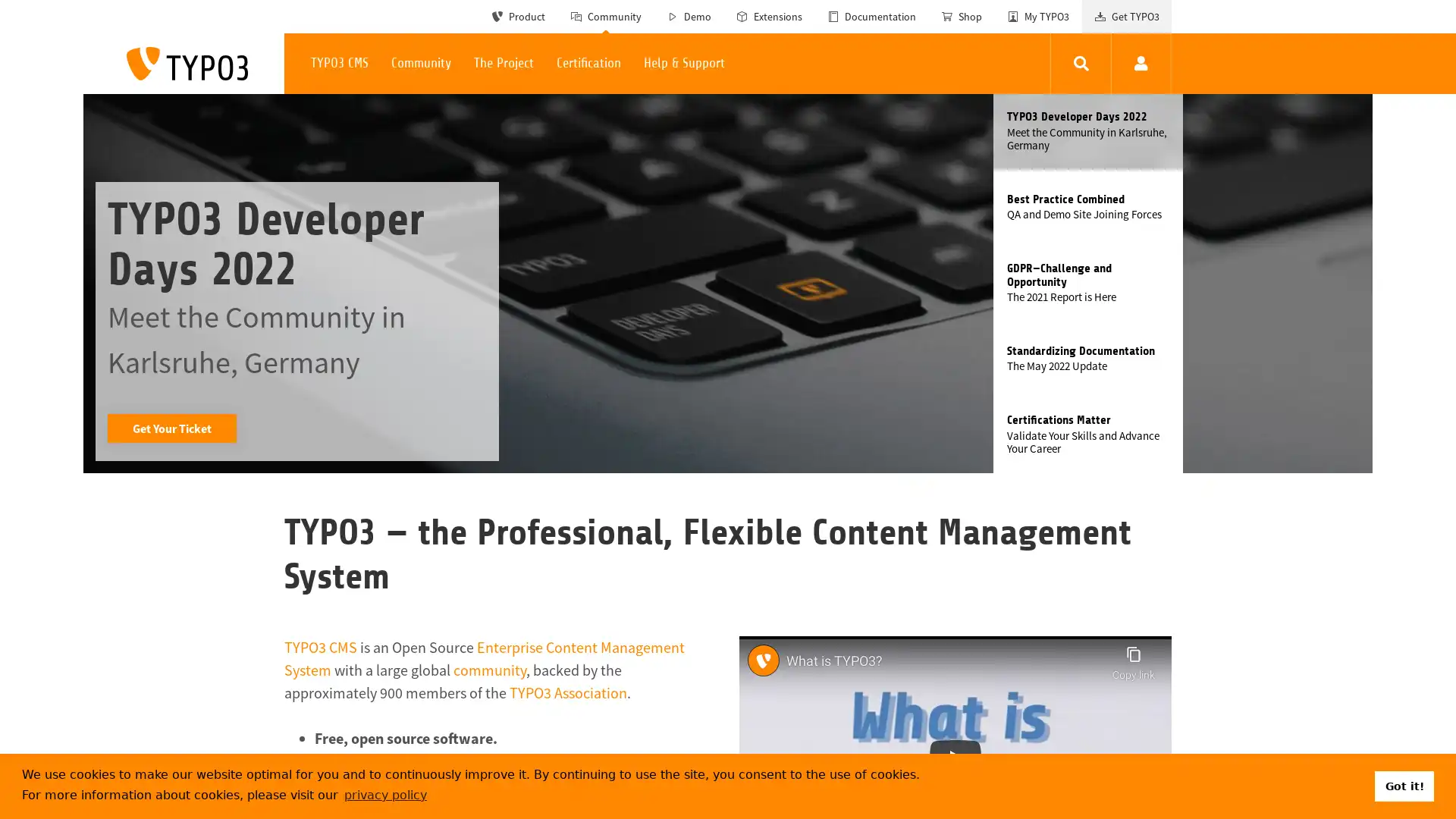 This screenshot has height=819, width=1456. I want to click on learn more about cookies, so click(385, 794).